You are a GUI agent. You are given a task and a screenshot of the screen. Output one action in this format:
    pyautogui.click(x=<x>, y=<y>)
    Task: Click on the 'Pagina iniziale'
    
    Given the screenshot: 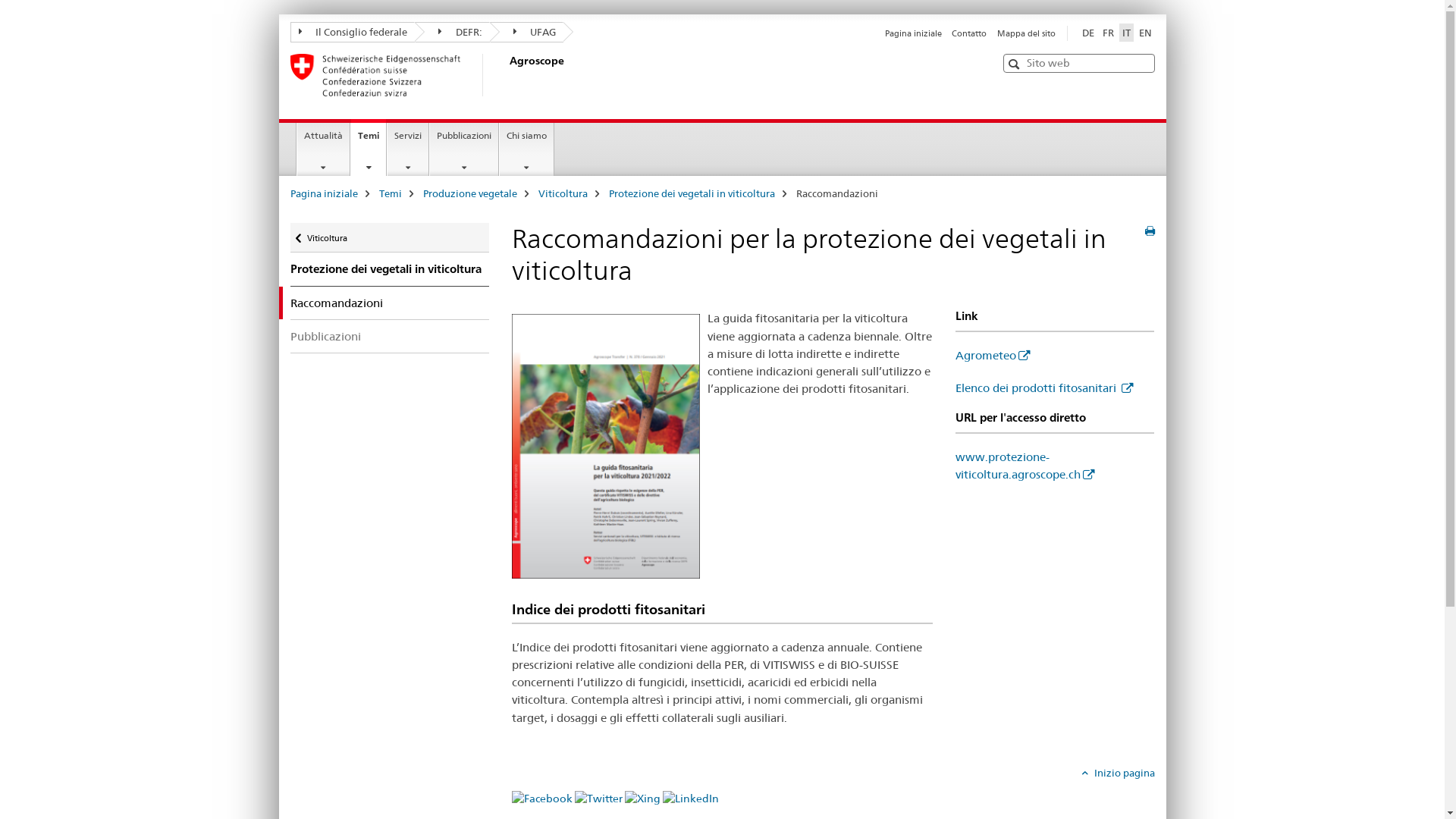 What is the action you would take?
    pyautogui.click(x=322, y=192)
    